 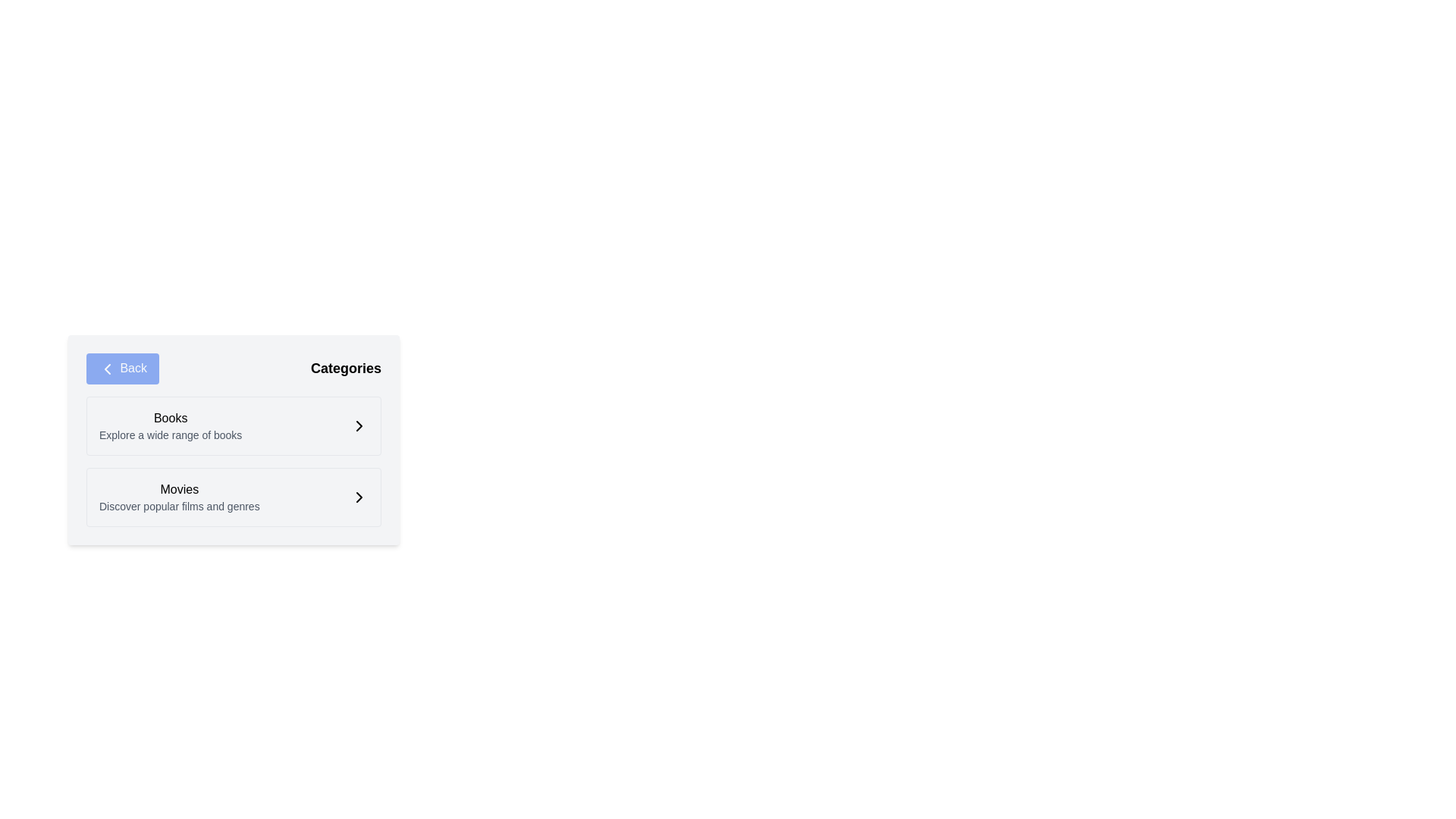 I want to click on the text element reading 'Explore a wide range of books', which is styled with a small font and light gray color, positioned beneath the title 'Books' in the 'Categories' section, so click(x=171, y=435).